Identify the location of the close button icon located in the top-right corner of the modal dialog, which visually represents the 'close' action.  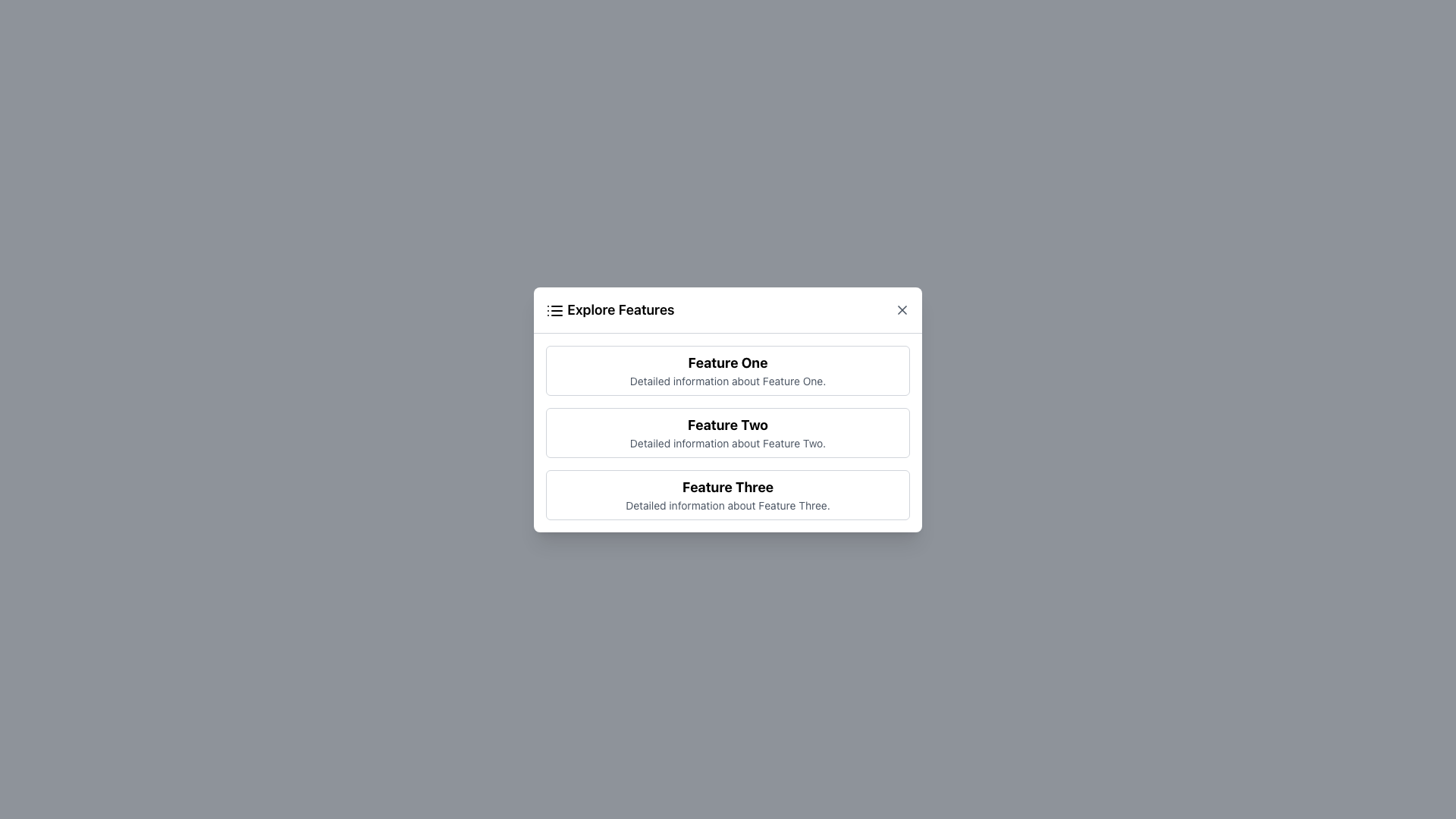
(902, 309).